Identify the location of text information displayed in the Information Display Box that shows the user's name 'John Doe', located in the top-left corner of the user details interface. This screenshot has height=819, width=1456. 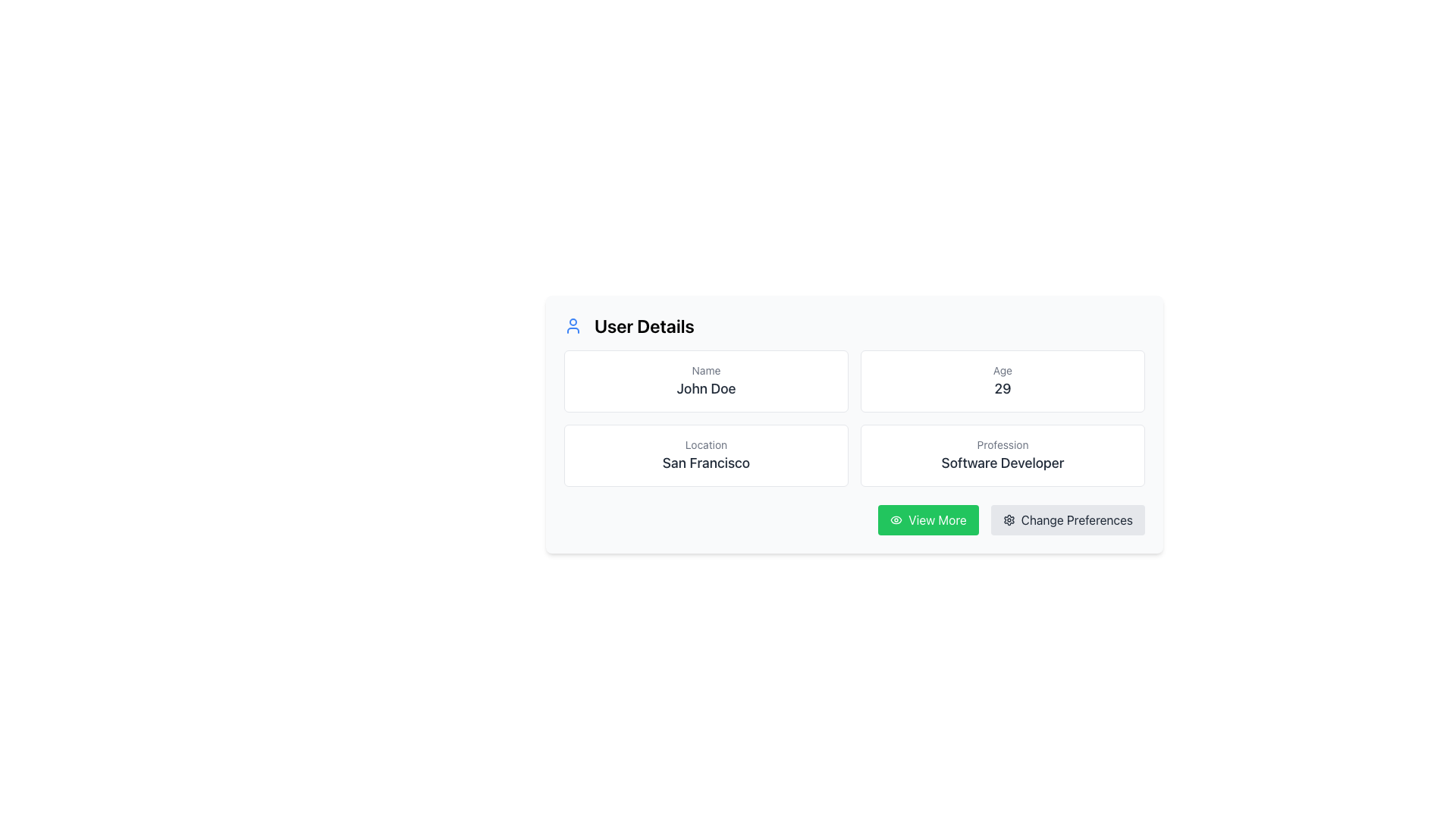
(705, 380).